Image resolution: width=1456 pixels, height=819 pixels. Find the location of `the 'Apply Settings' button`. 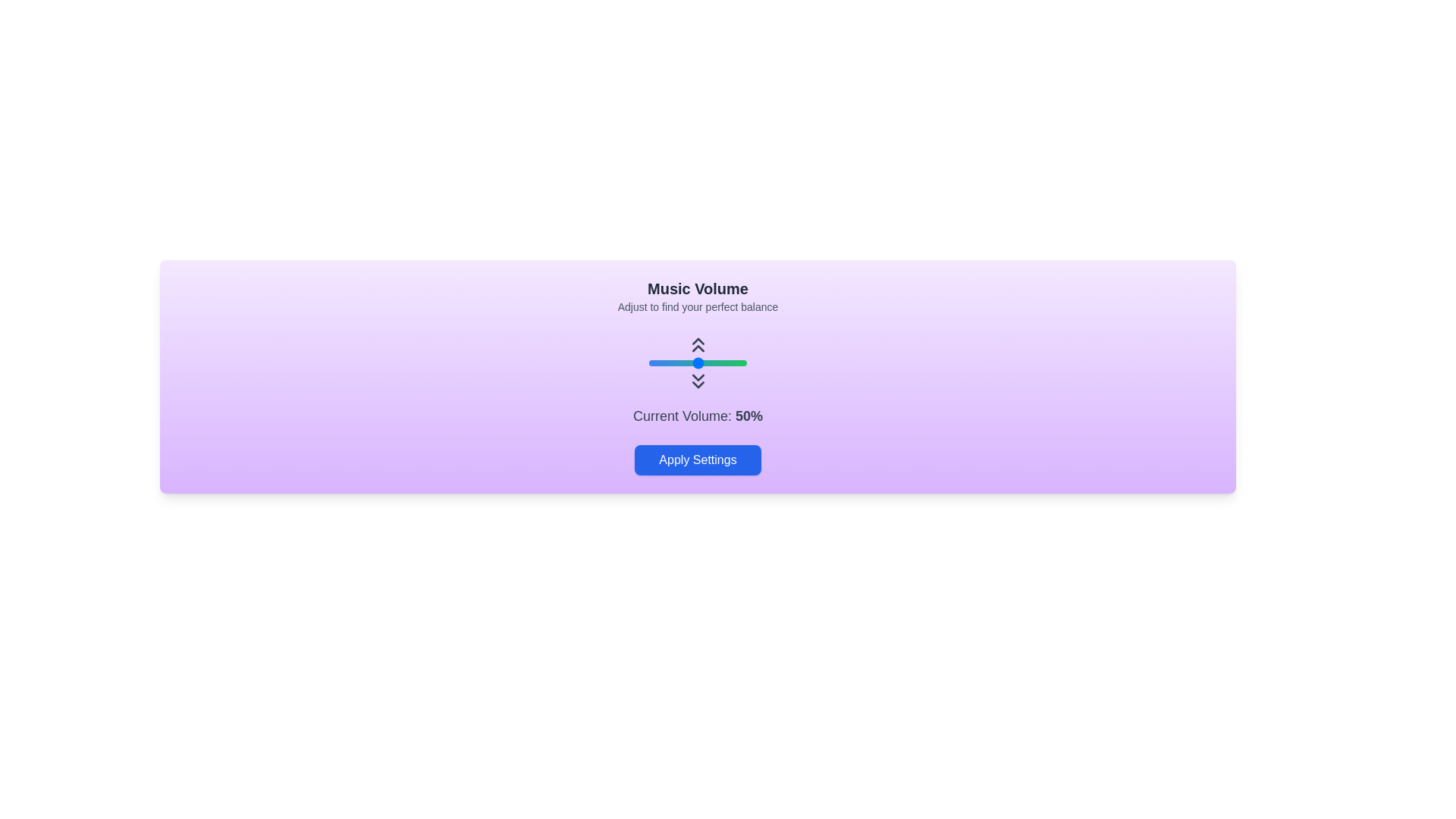

the 'Apply Settings' button is located at coordinates (697, 459).